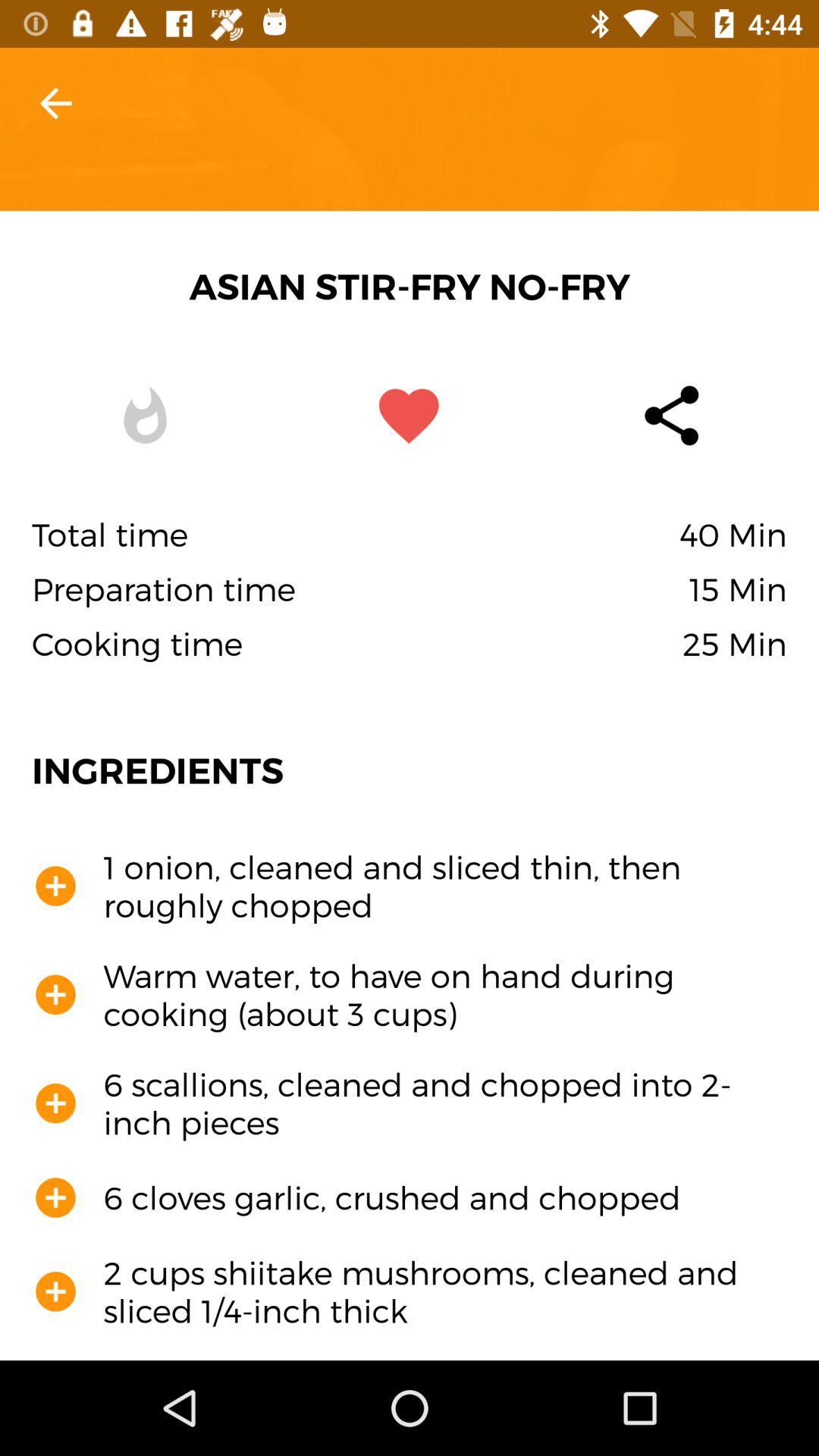 This screenshot has width=819, height=1456. What do you see at coordinates (408, 416) in the screenshot?
I see `the favorite icon` at bounding box center [408, 416].